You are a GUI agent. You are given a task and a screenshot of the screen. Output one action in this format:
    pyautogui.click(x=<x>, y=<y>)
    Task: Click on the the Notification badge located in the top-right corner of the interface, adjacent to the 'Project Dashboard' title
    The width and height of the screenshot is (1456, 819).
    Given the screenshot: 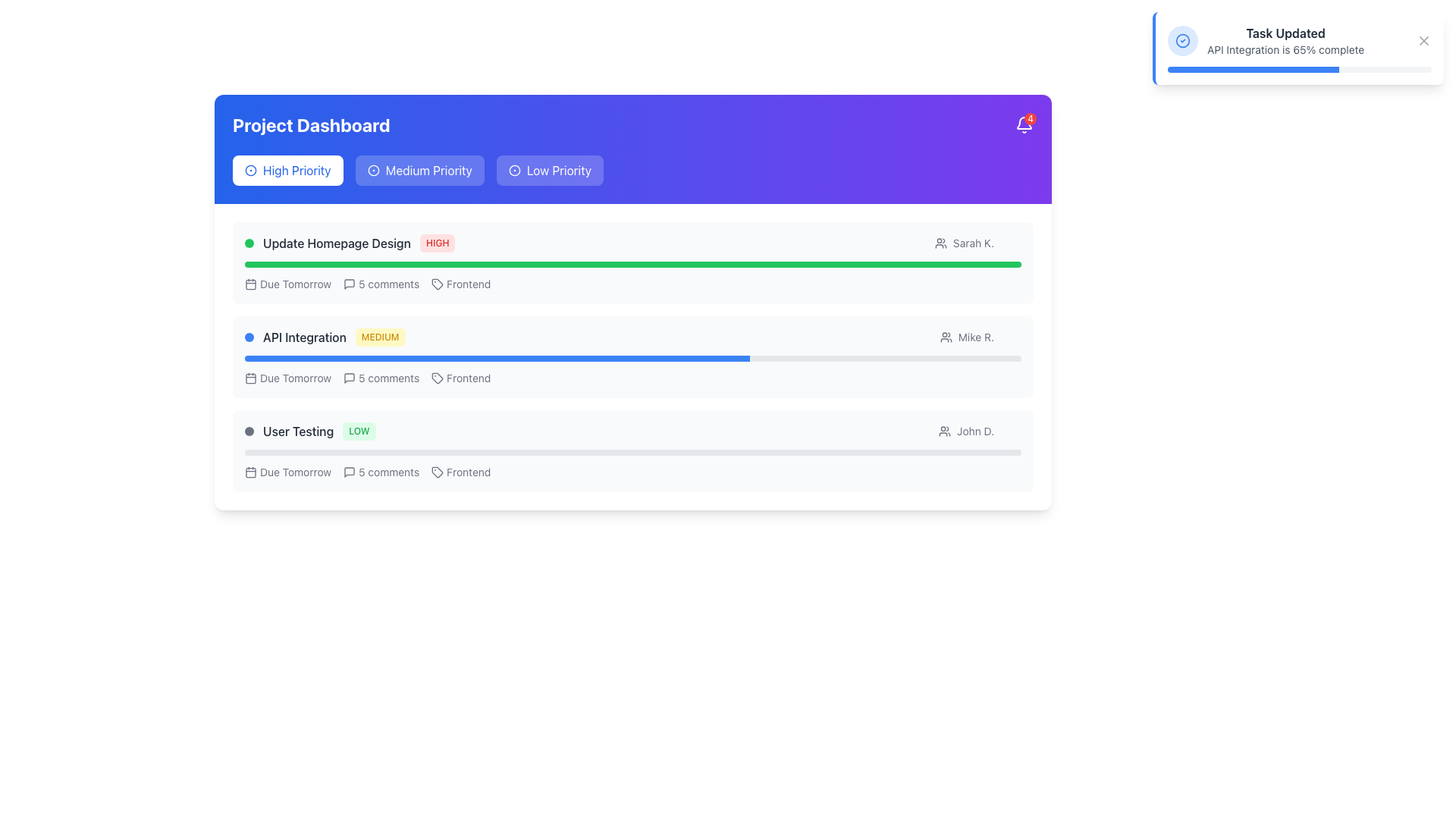 What is the action you would take?
    pyautogui.click(x=1024, y=124)
    